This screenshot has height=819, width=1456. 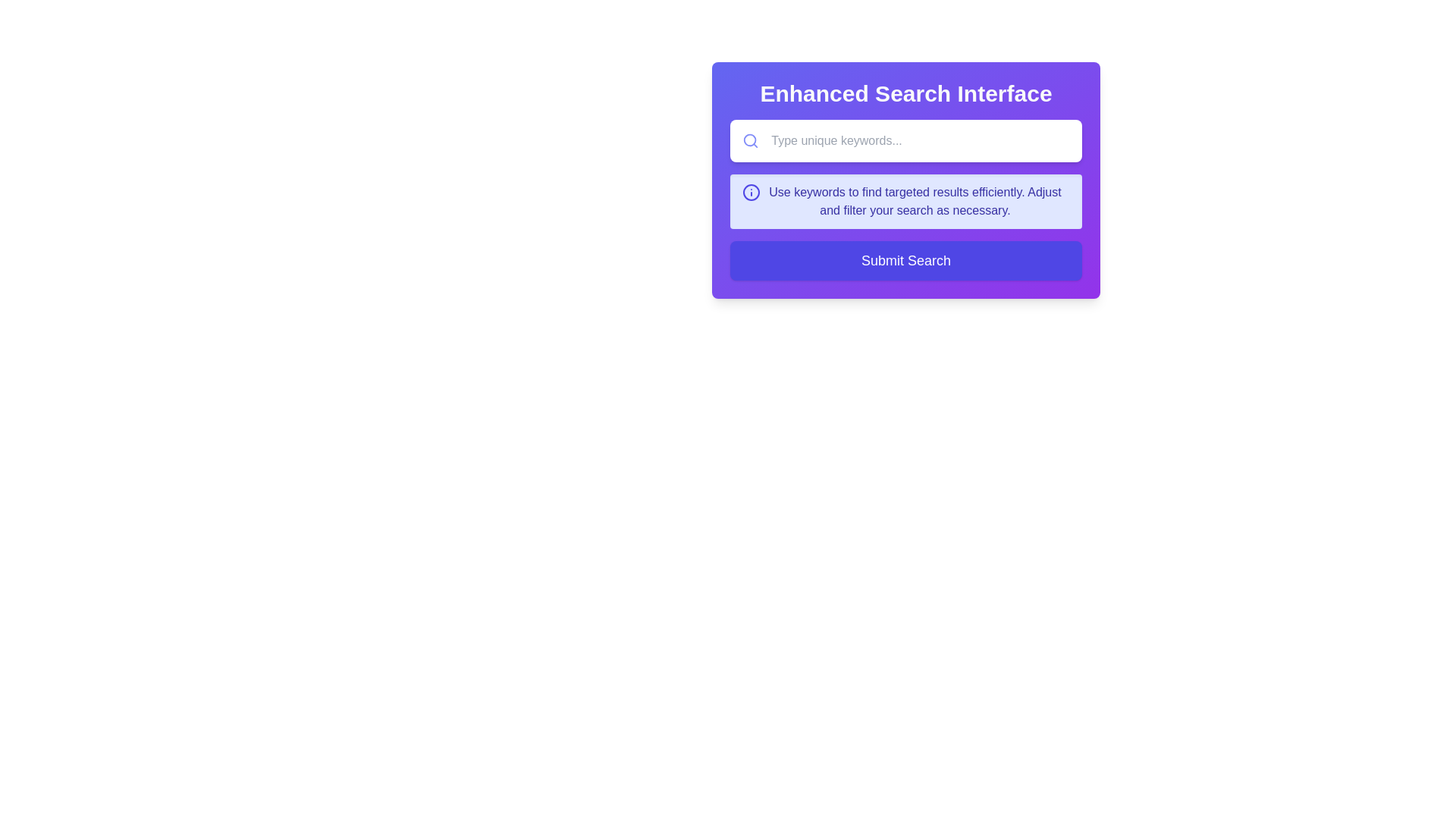 I want to click on the search icon located to the left of the text input field with the placeholder text 'Type unique keywords...', so click(x=751, y=140).